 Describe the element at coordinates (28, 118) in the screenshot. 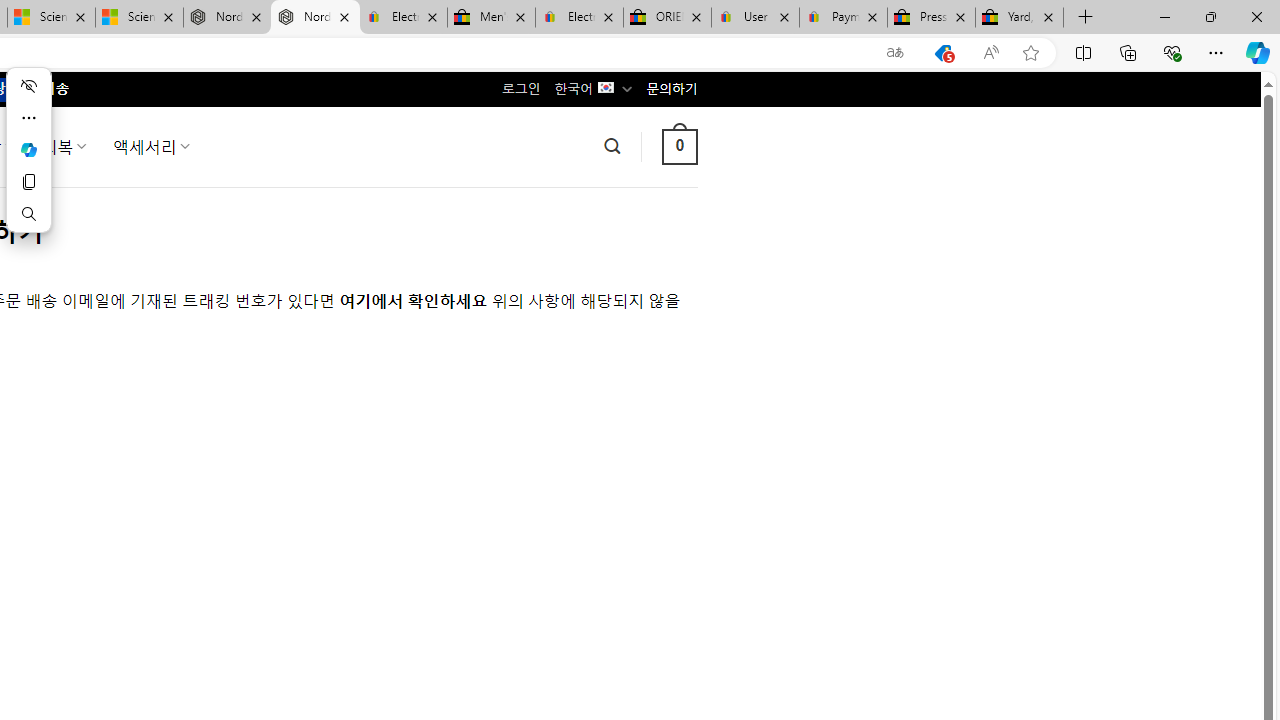

I see `'More actions'` at that location.